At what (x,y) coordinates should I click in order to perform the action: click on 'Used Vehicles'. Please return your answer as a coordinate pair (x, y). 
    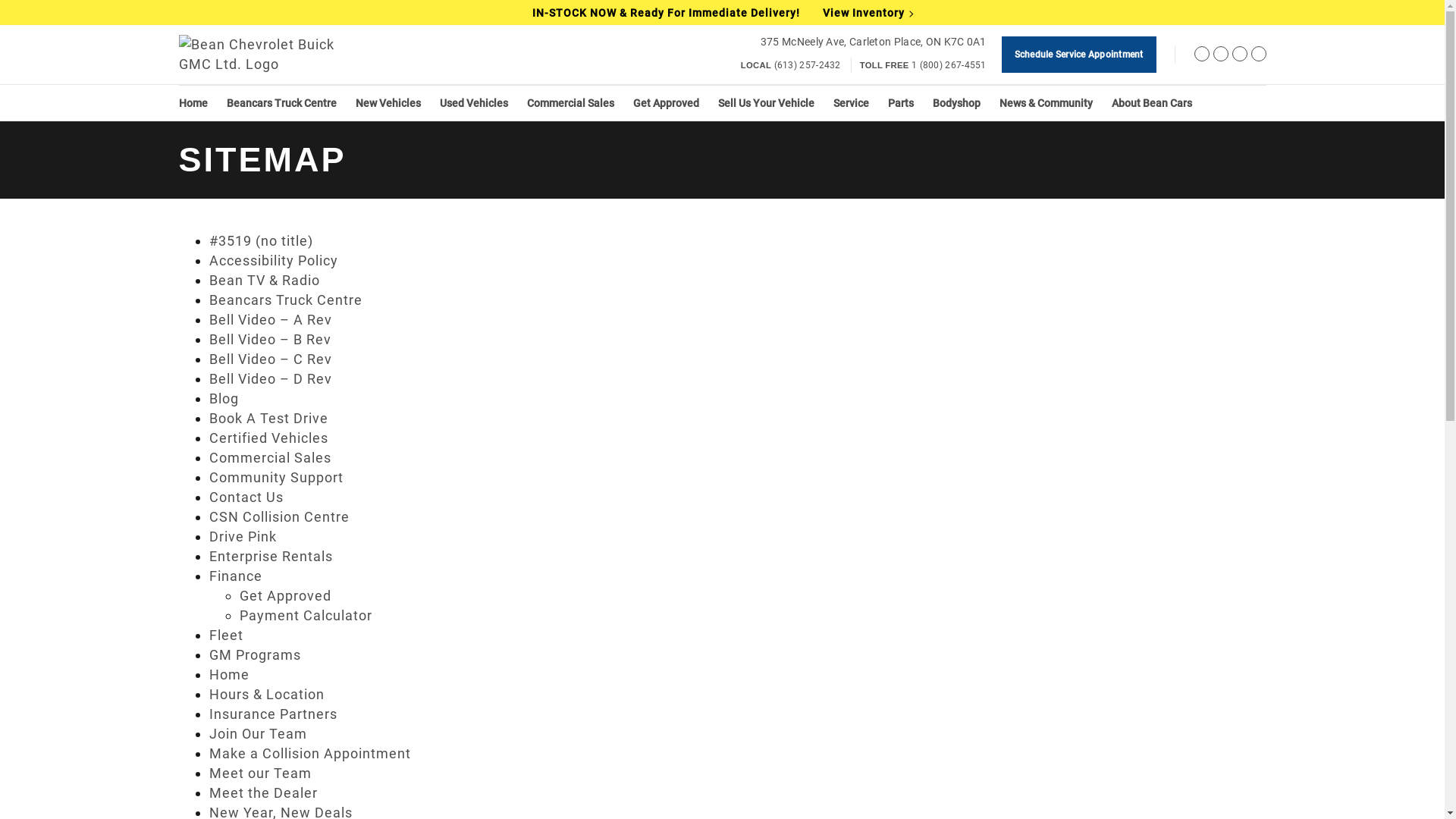
    Looking at the image, I should click on (472, 102).